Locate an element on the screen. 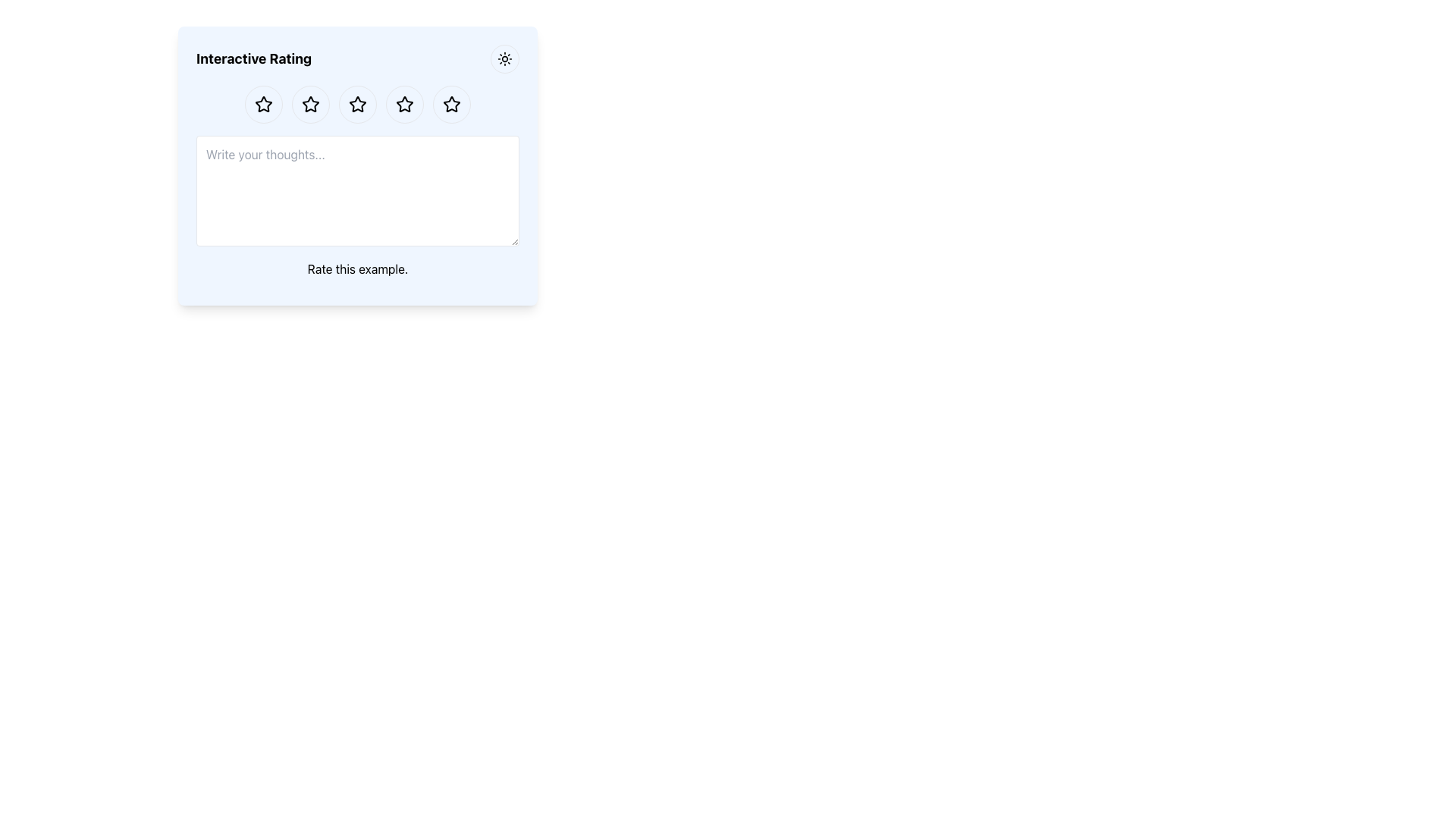 Image resolution: width=1456 pixels, height=819 pixels. the second star icon in the horizontal set of five stars on the rating widget is located at coordinates (309, 103).